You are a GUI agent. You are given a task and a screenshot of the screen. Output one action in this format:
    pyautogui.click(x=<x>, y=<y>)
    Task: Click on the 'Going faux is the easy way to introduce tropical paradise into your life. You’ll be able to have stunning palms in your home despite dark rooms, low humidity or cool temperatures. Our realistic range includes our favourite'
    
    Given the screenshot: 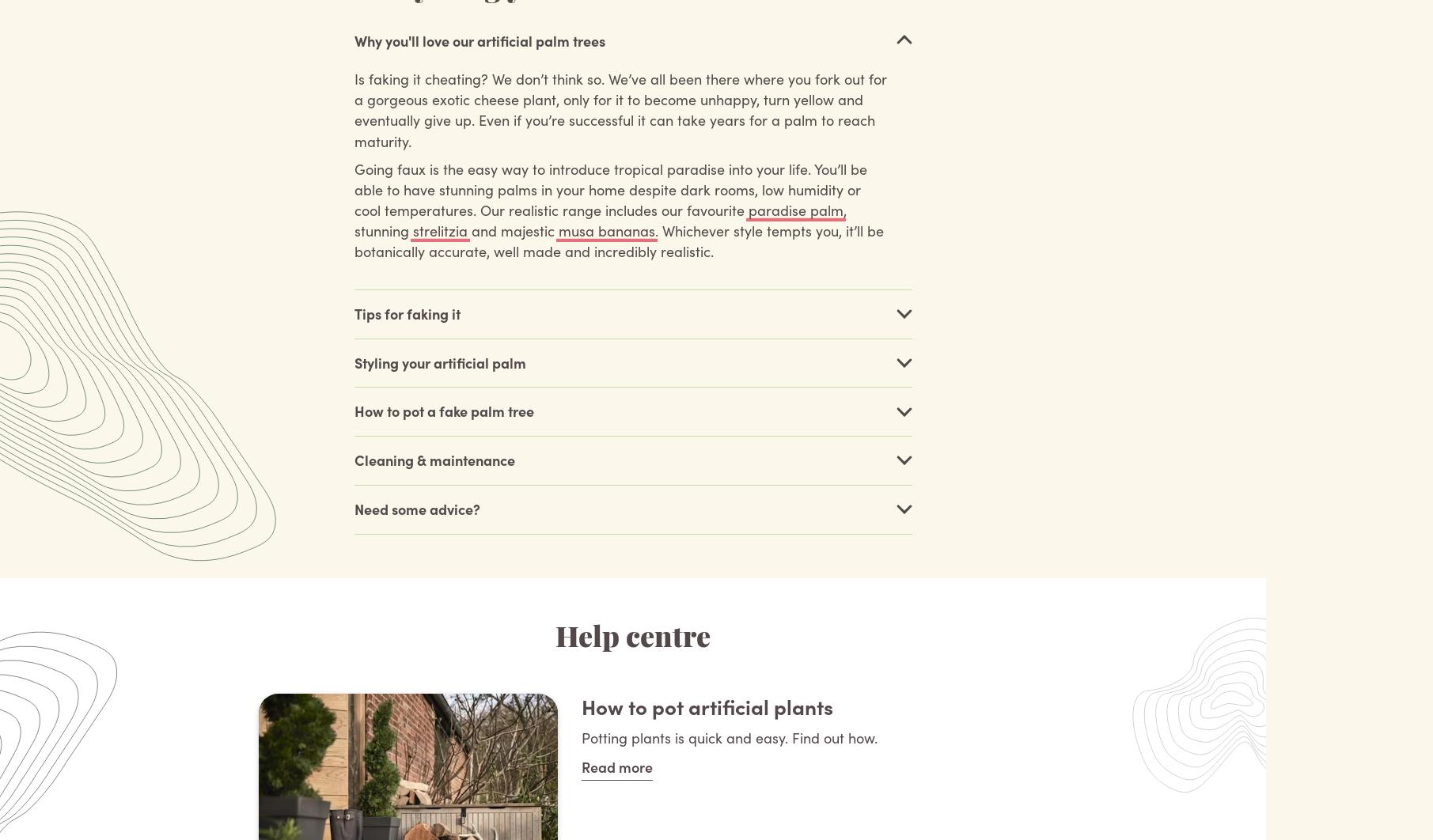 What is the action you would take?
    pyautogui.click(x=608, y=188)
    